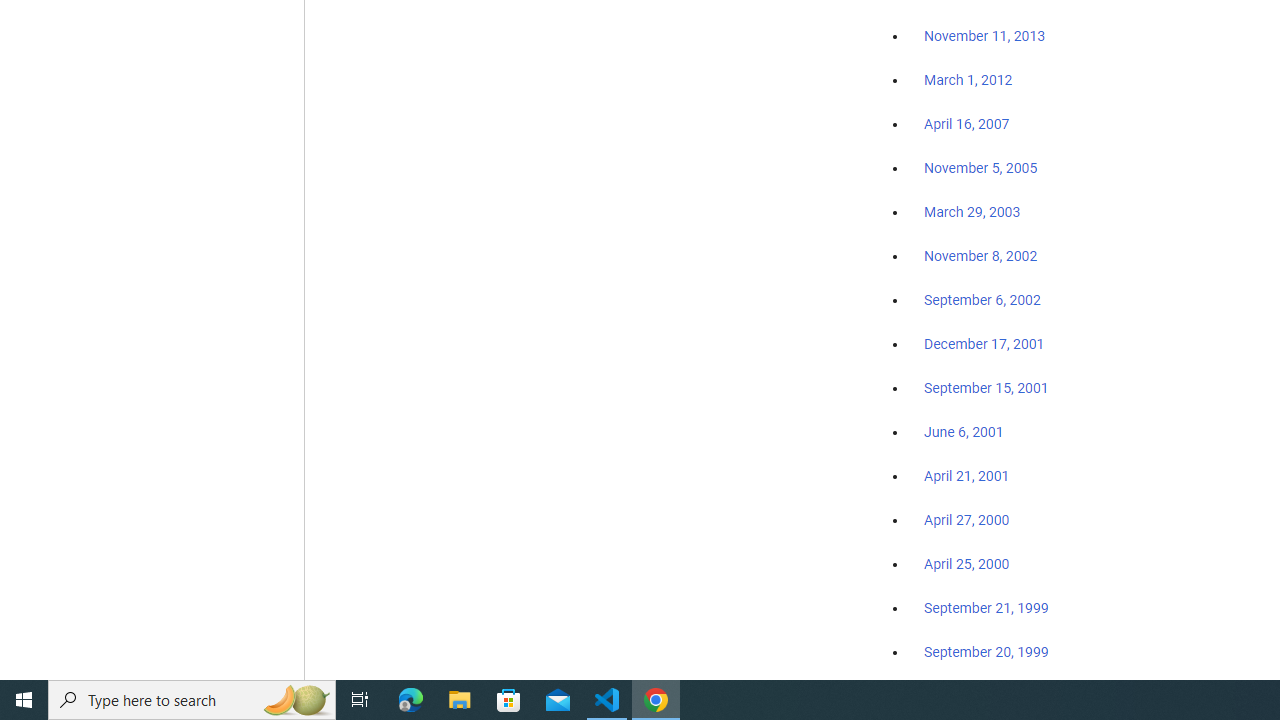 This screenshot has width=1280, height=720. What do you see at coordinates (967, 519) in the screenshot?
I see `'April 27, 2000'` at bounding box center [967, 519].